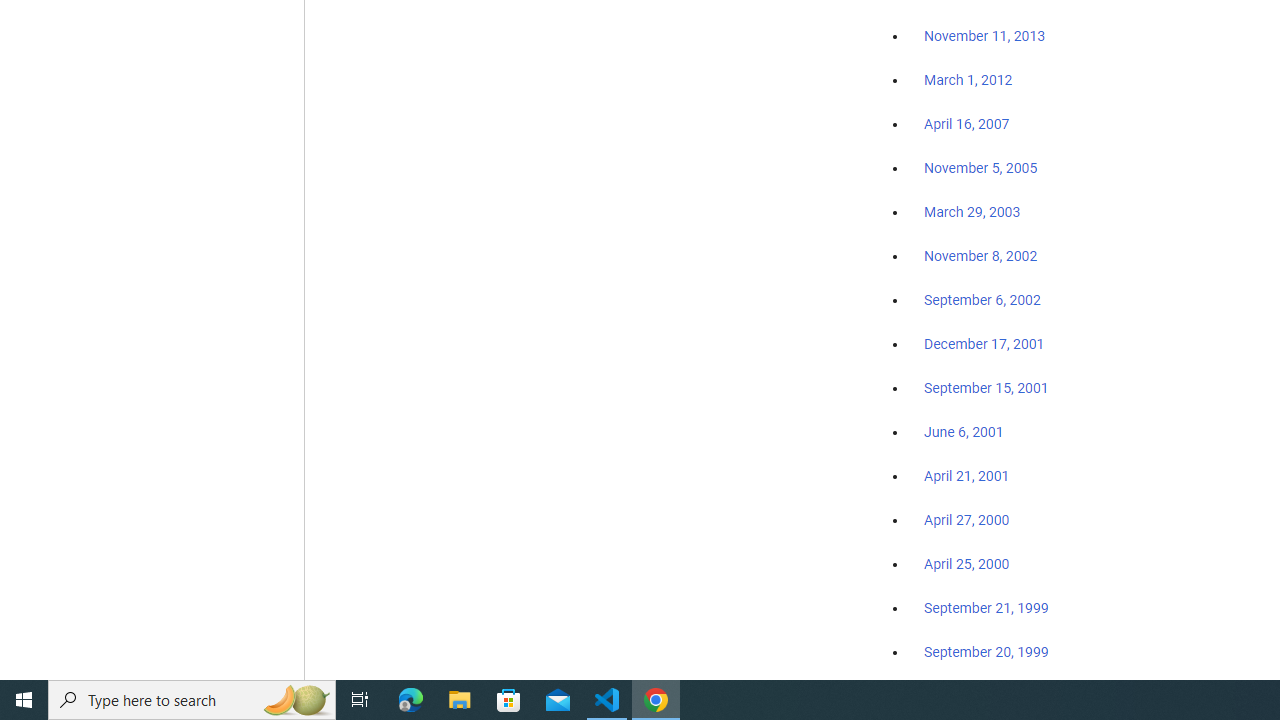 This screenshot has width=1280, height=720. What do you see at coordinates (967, 519) in the screenshot?
I see `'April 27, 2000'` at bounding box center [967, 519].